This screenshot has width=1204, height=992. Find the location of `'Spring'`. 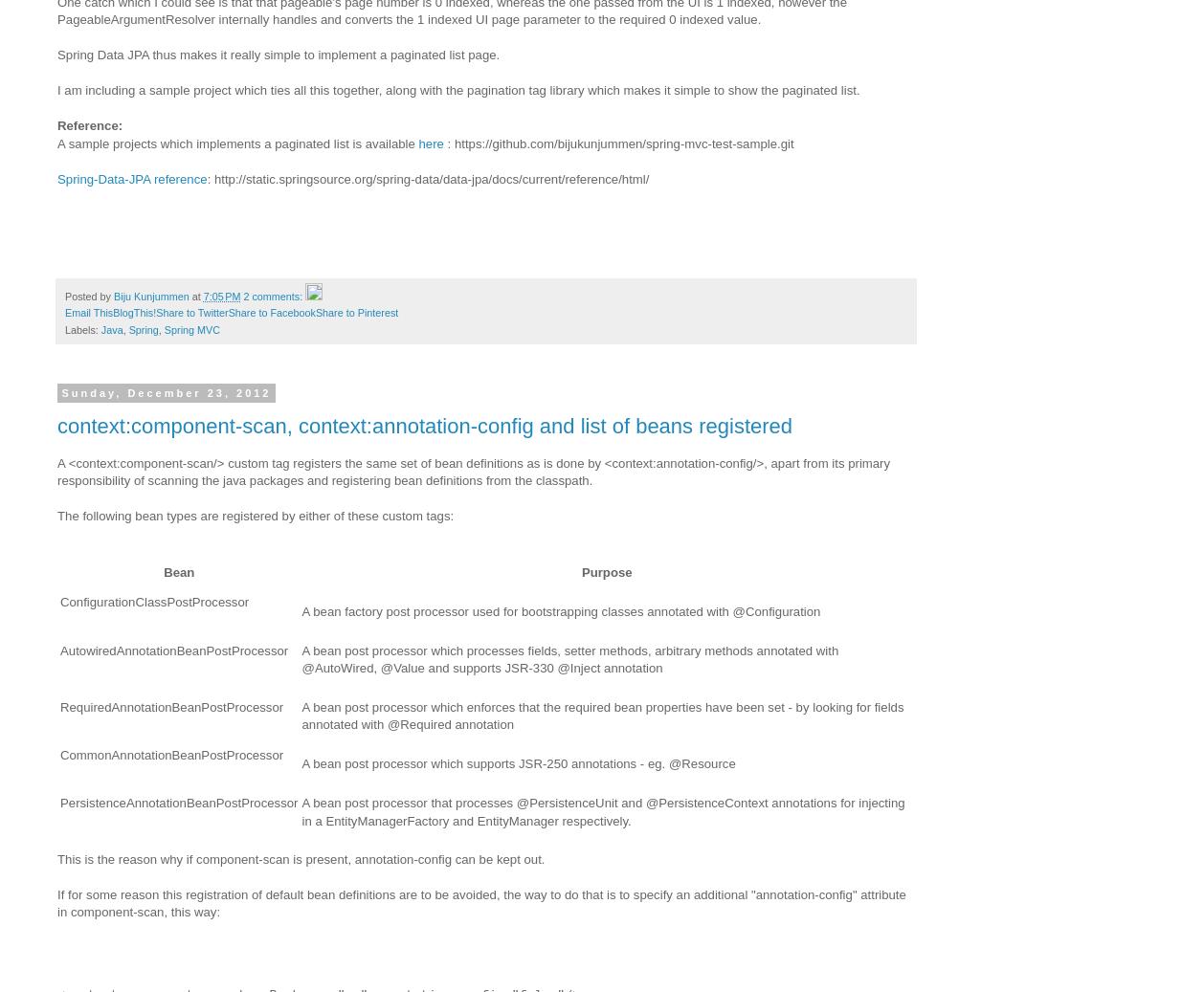

'Spring' is located at coordinates (143, 327).